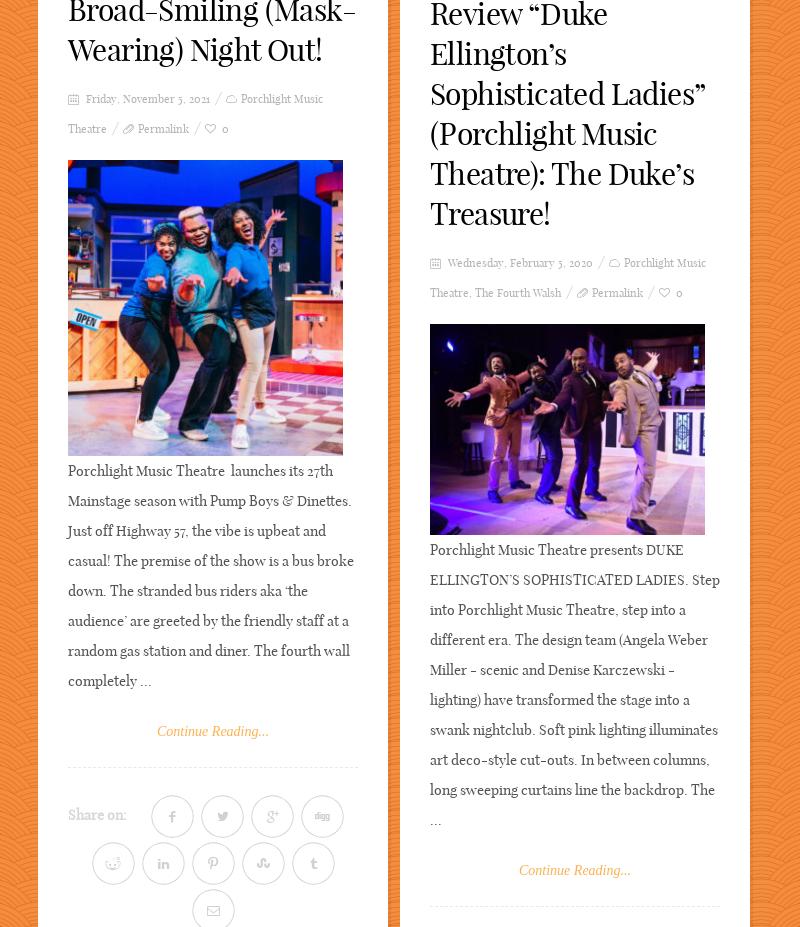 Image resolution: width=800 pixels, height=927 pixels. Describe the element at coordinates (97, 813) in the screenshot. I see `'Share on:'` at that location.